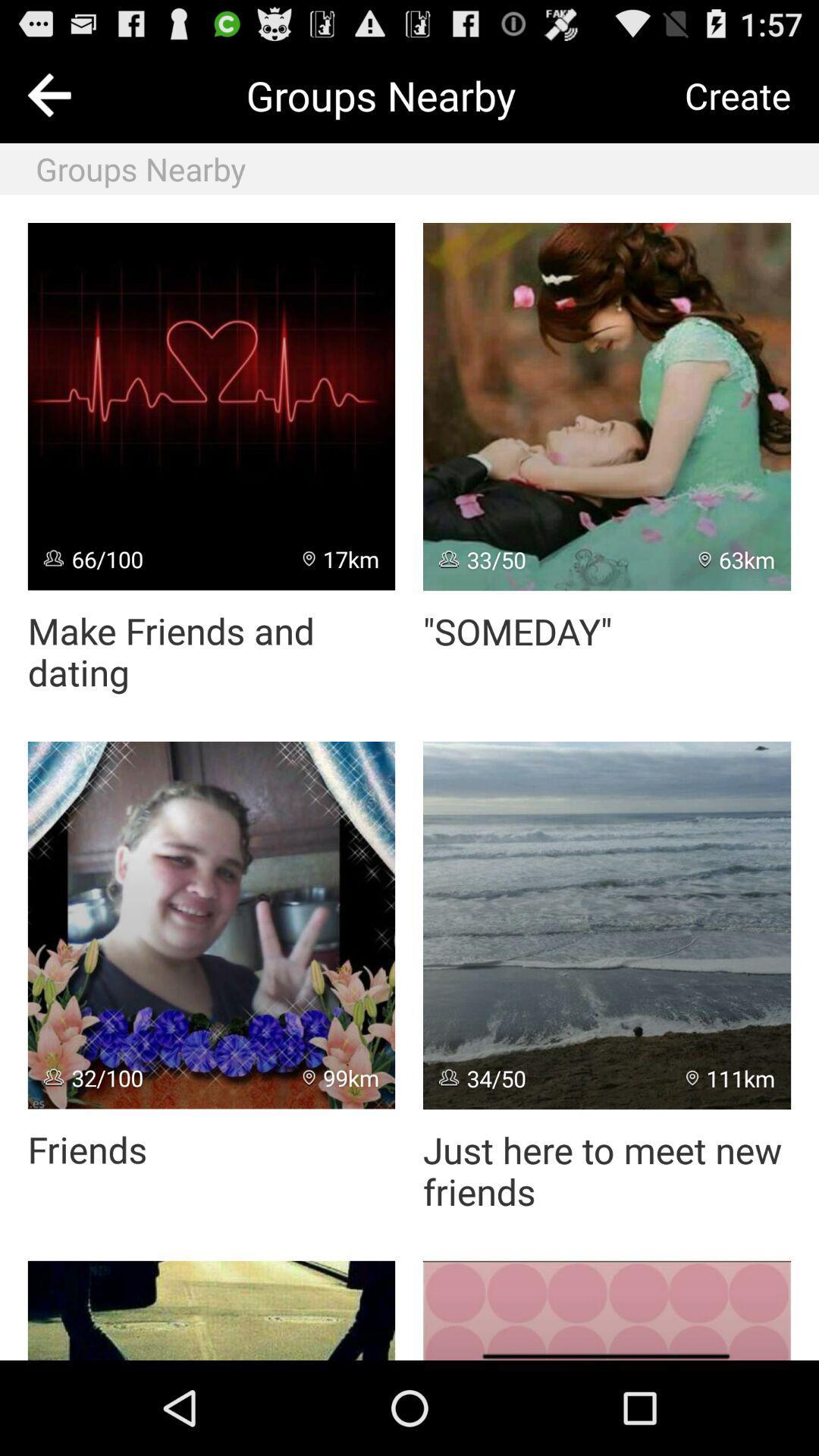 The image size is (819, 1456). Describe the element at coordinates (606, 406) in the screenshot. I see `icon above the "someday" item` at that location.